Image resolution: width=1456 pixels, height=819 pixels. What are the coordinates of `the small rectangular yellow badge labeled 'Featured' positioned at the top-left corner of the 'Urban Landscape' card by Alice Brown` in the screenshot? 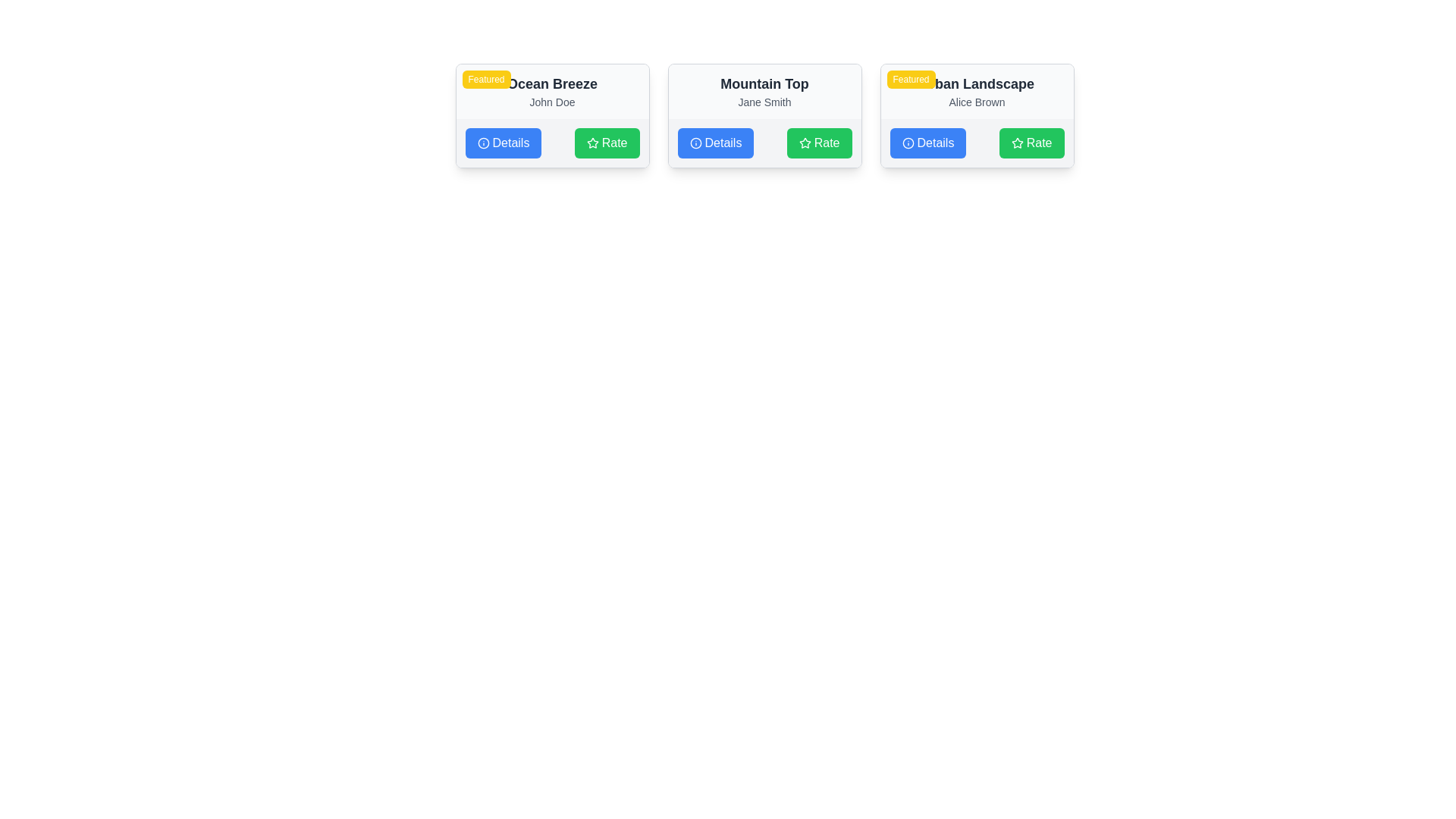 It's located at (910, 79).